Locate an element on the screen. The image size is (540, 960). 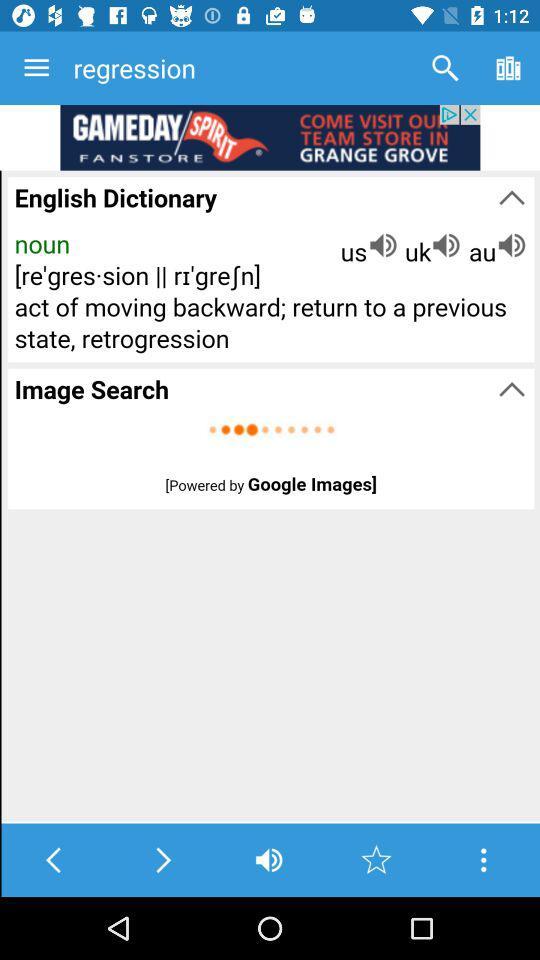
bookmark this selection is located at coordinates (376, 859).